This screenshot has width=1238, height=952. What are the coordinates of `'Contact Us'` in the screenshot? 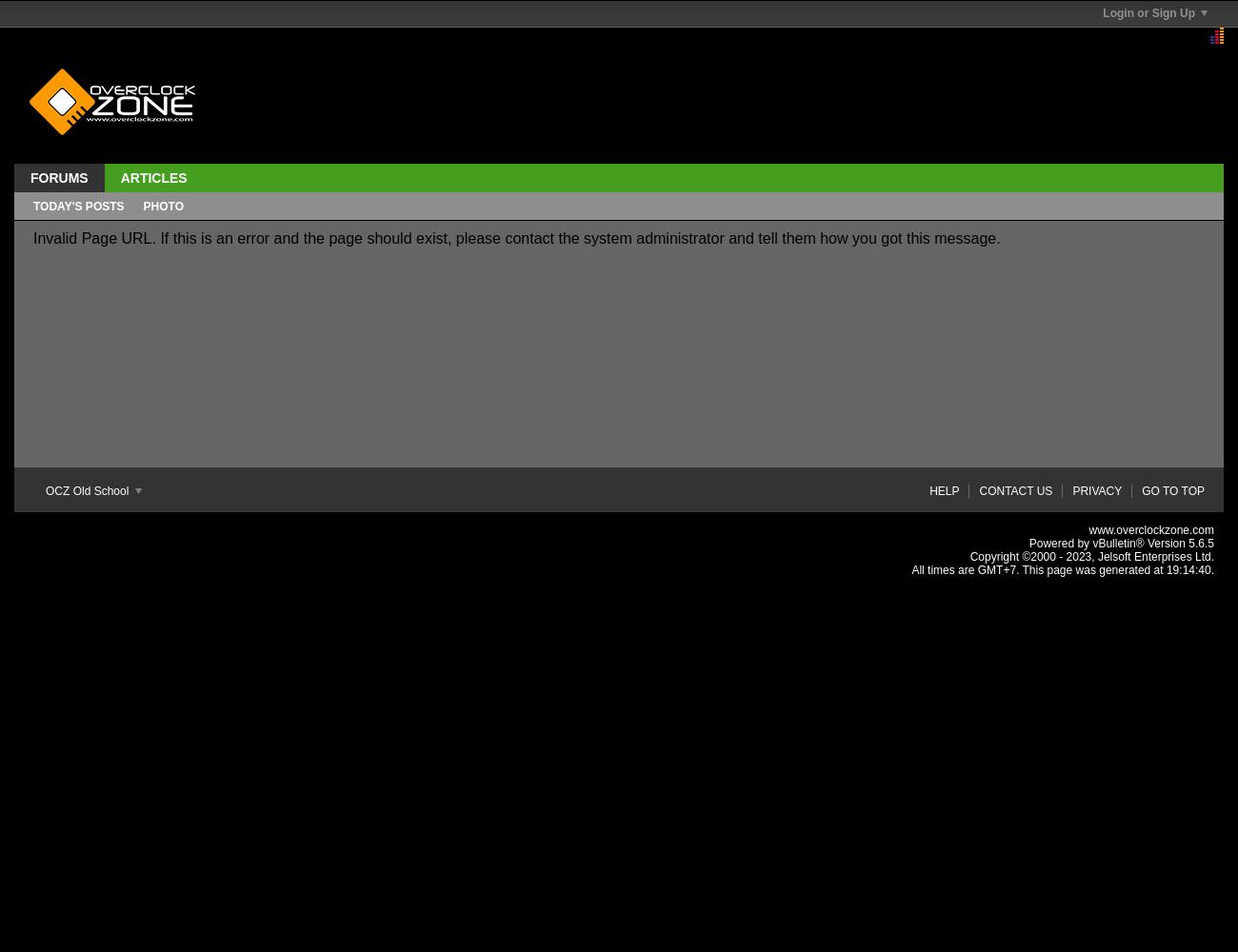 It's located at (1015, 491).